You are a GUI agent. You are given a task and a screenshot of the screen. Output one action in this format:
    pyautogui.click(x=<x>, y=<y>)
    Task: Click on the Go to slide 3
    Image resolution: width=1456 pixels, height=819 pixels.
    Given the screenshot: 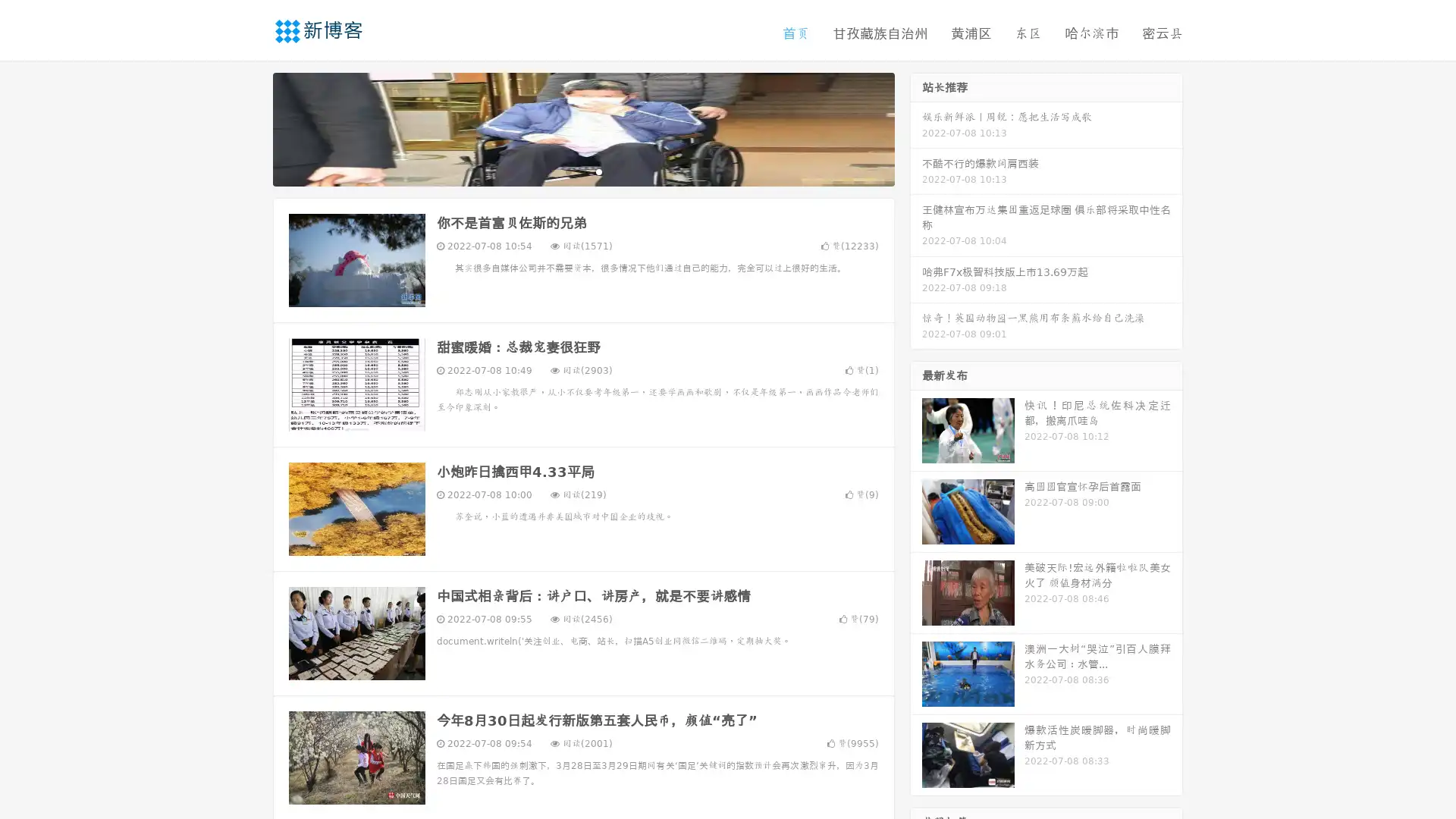 What is the action you would take?
    pyautogui.click(x=598, y=171)
    